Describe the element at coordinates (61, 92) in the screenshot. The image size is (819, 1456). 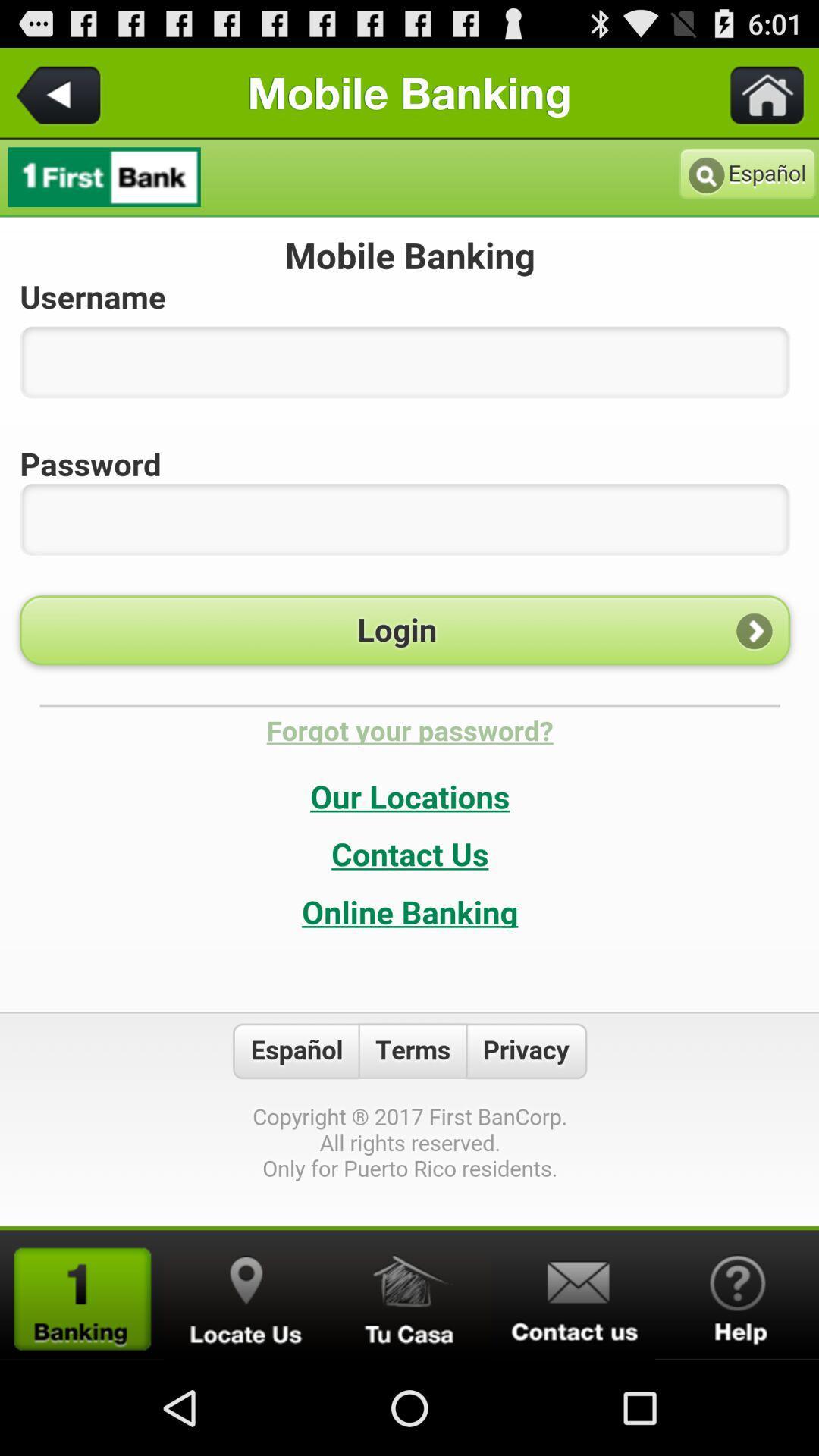
I see `go back` at that location.